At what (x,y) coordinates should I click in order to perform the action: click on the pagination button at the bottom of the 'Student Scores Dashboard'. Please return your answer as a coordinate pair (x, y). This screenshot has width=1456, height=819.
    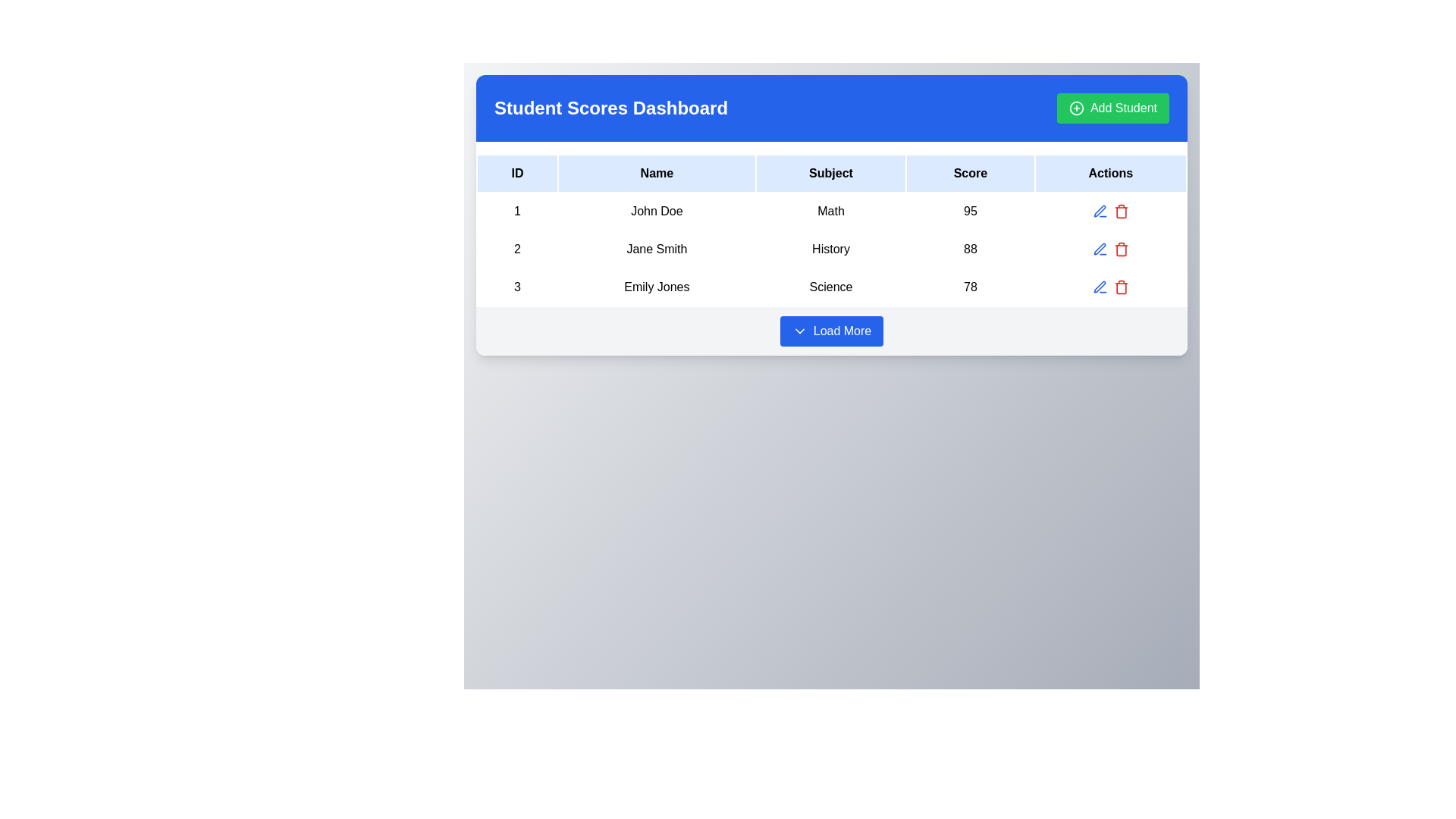
    Looking at the image, I should click on (831, 330).